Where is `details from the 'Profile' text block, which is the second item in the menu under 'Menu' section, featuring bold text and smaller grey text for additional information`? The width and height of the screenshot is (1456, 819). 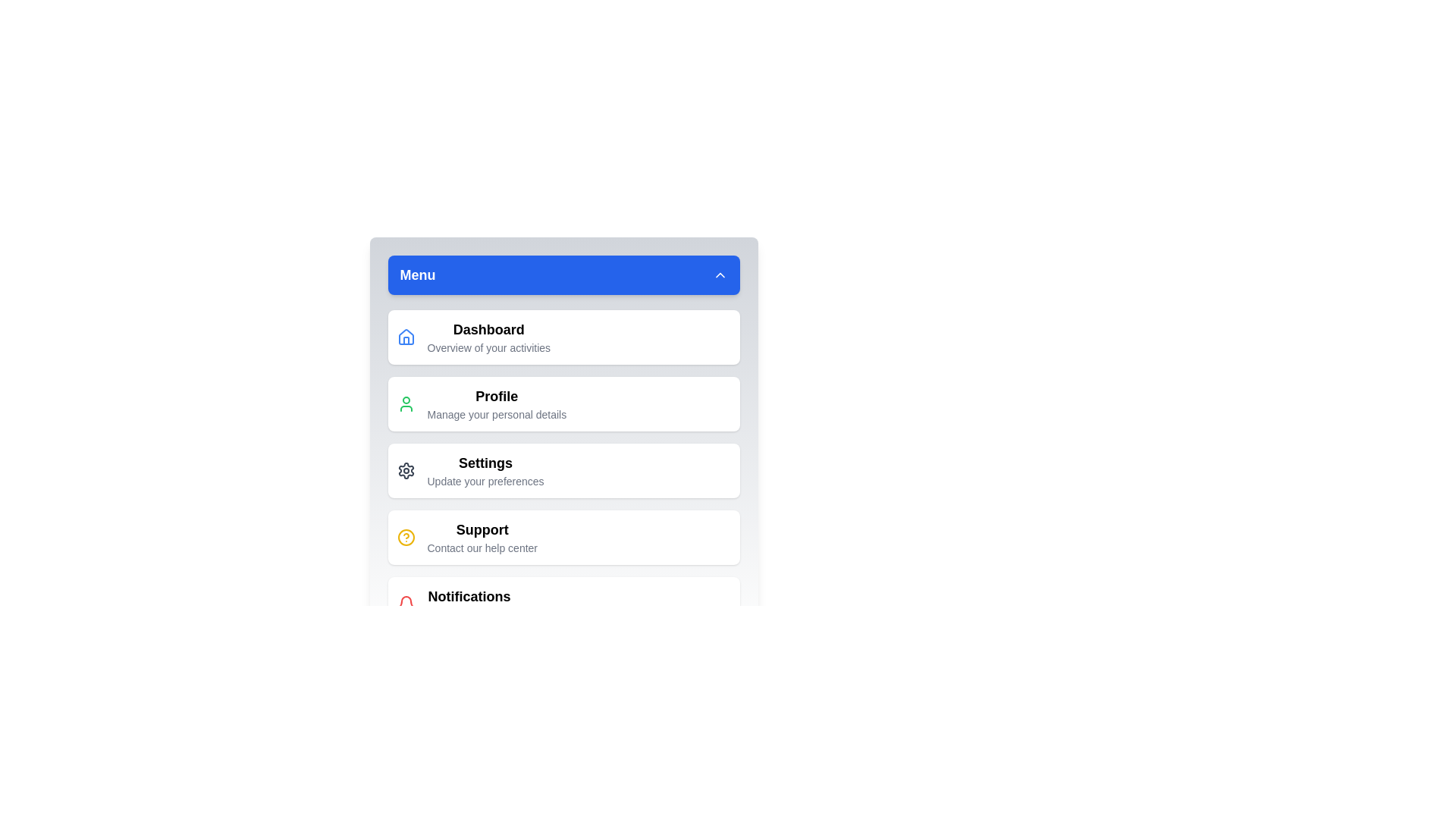
details from the 'Profile' text block, which is the second item in the menu under 'Menu' section, featuring bold text and smaller grey text for additional information is located at coordinates (497, 403).